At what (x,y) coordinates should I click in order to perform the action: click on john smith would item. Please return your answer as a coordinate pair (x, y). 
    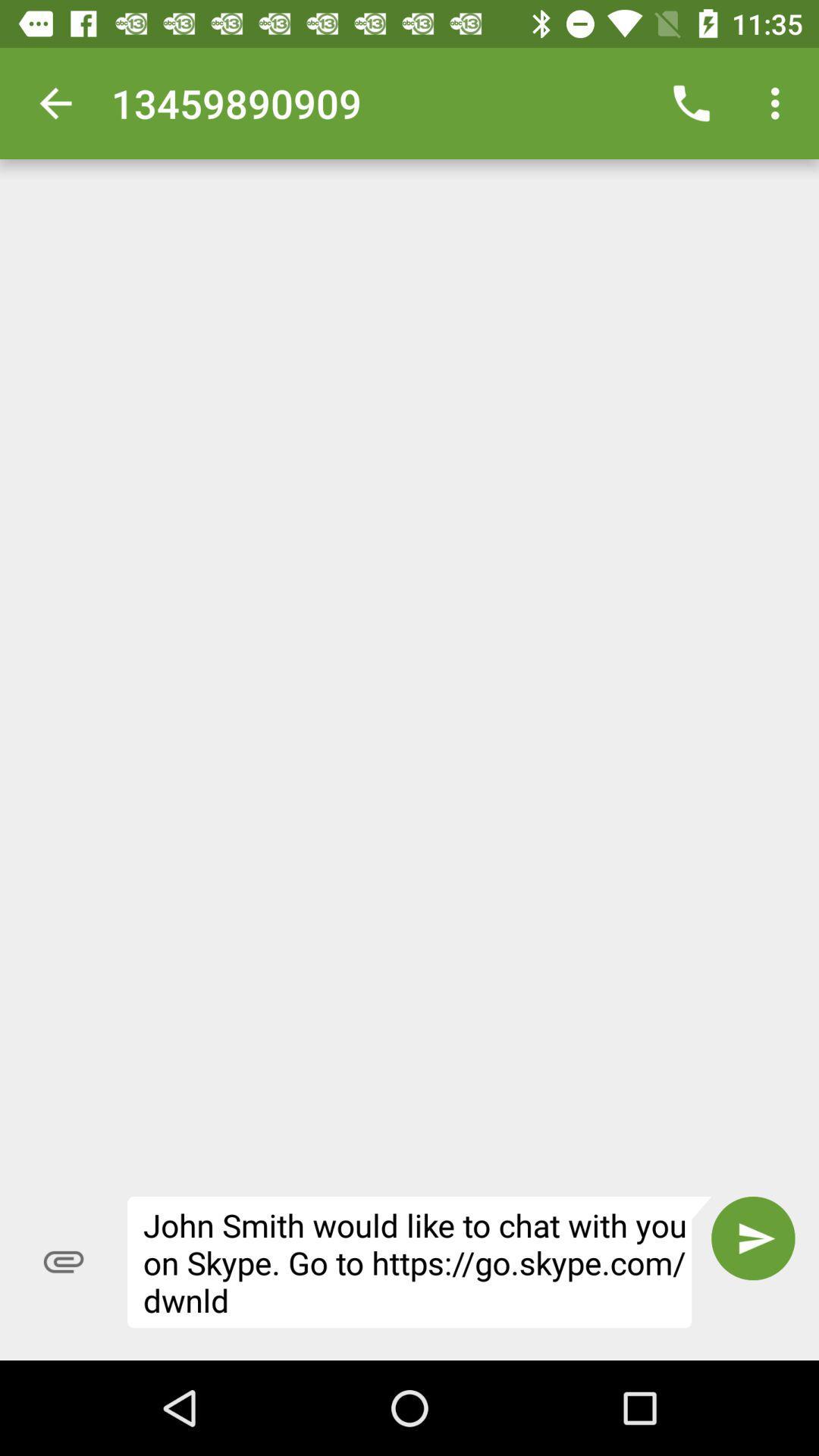
    Looking at the image, I should click on (419, 1262).